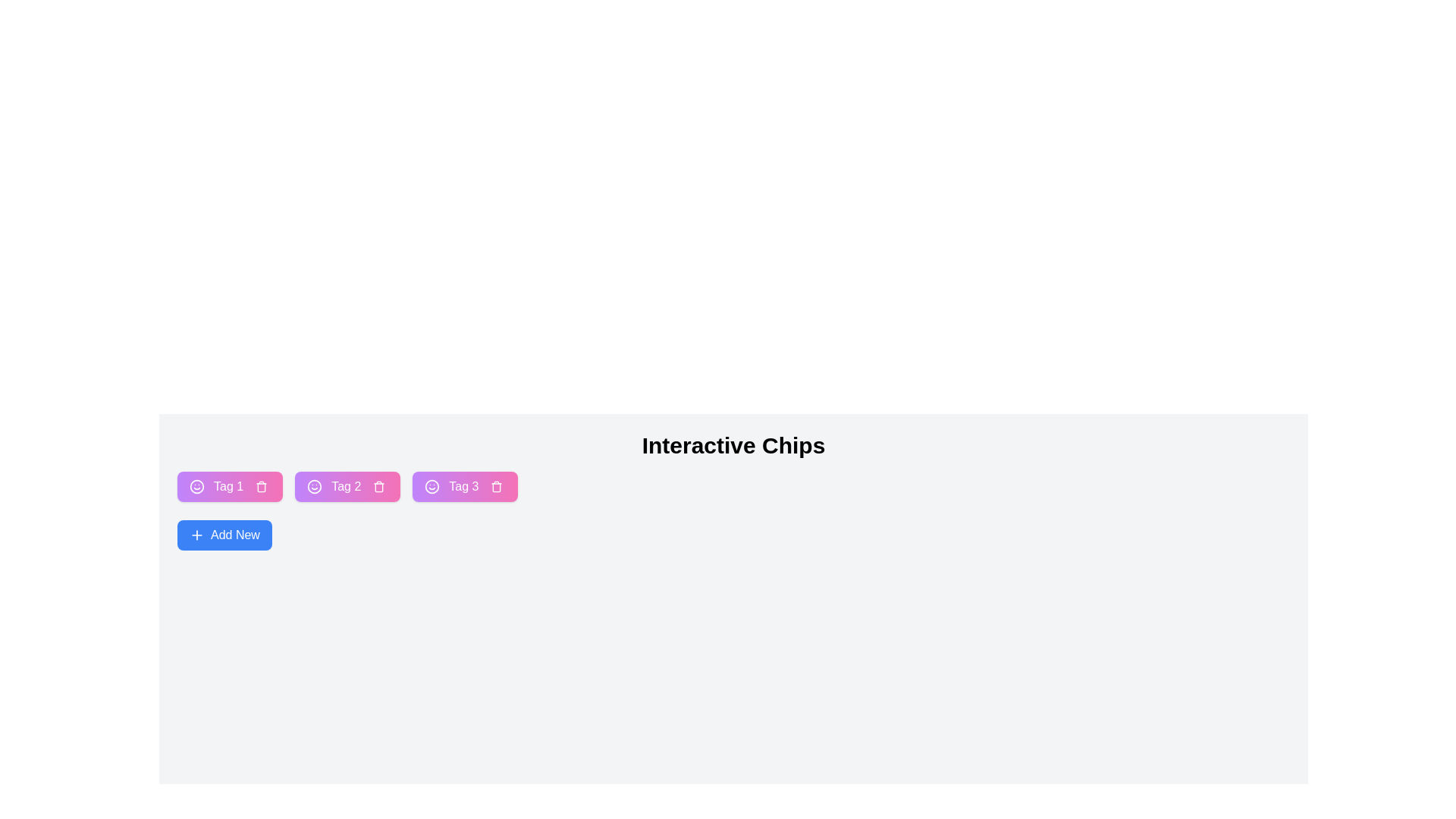 This screenshot has height=819, width=1456. Describe the element at coordinates (345, 486) in the screenshot. I see `the label of the chip named Tag 2 to select its text` at that location.